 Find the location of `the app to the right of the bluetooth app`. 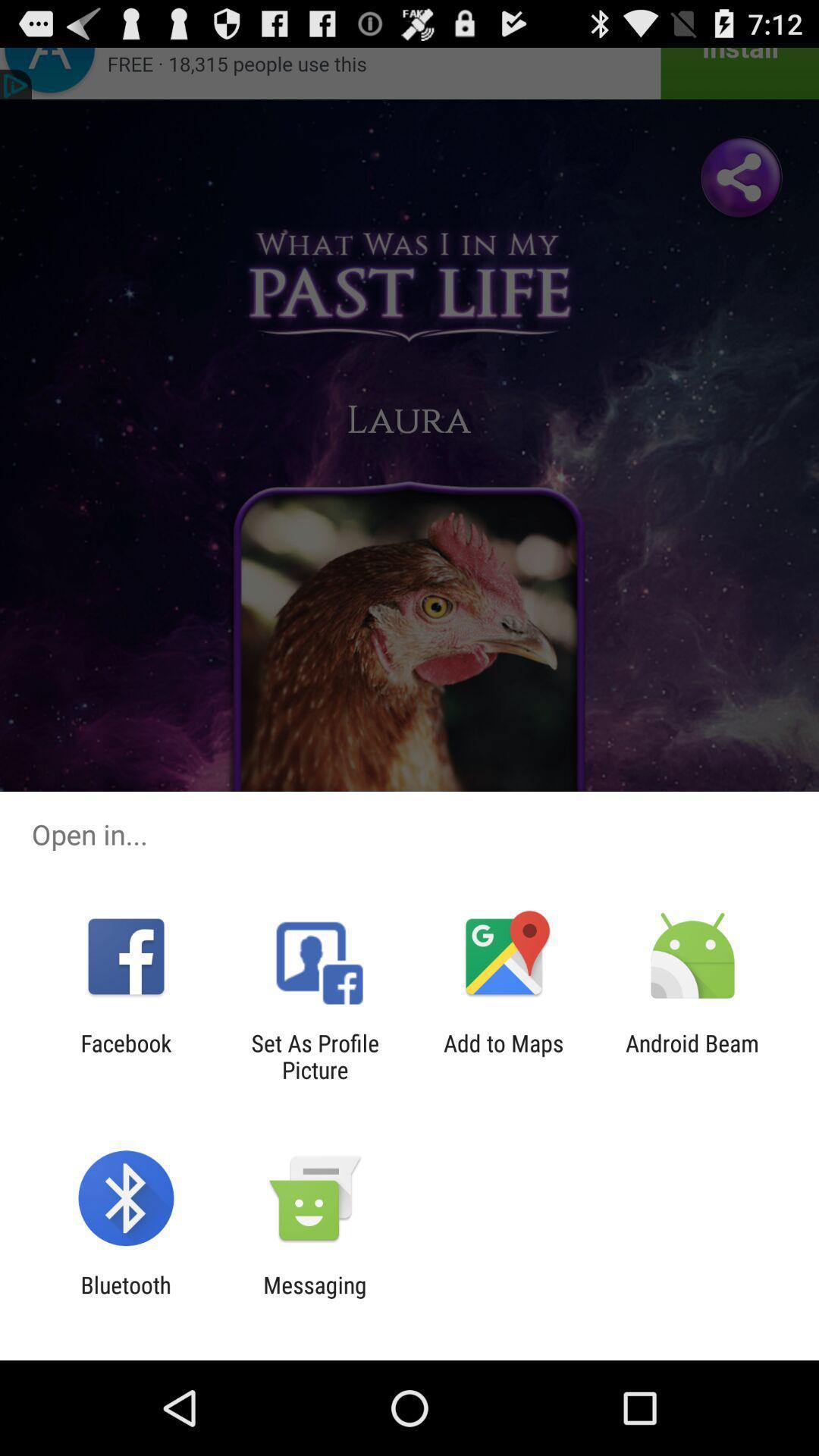

the app to the right of the bluetooth app is located at coordinates (314, 1298).